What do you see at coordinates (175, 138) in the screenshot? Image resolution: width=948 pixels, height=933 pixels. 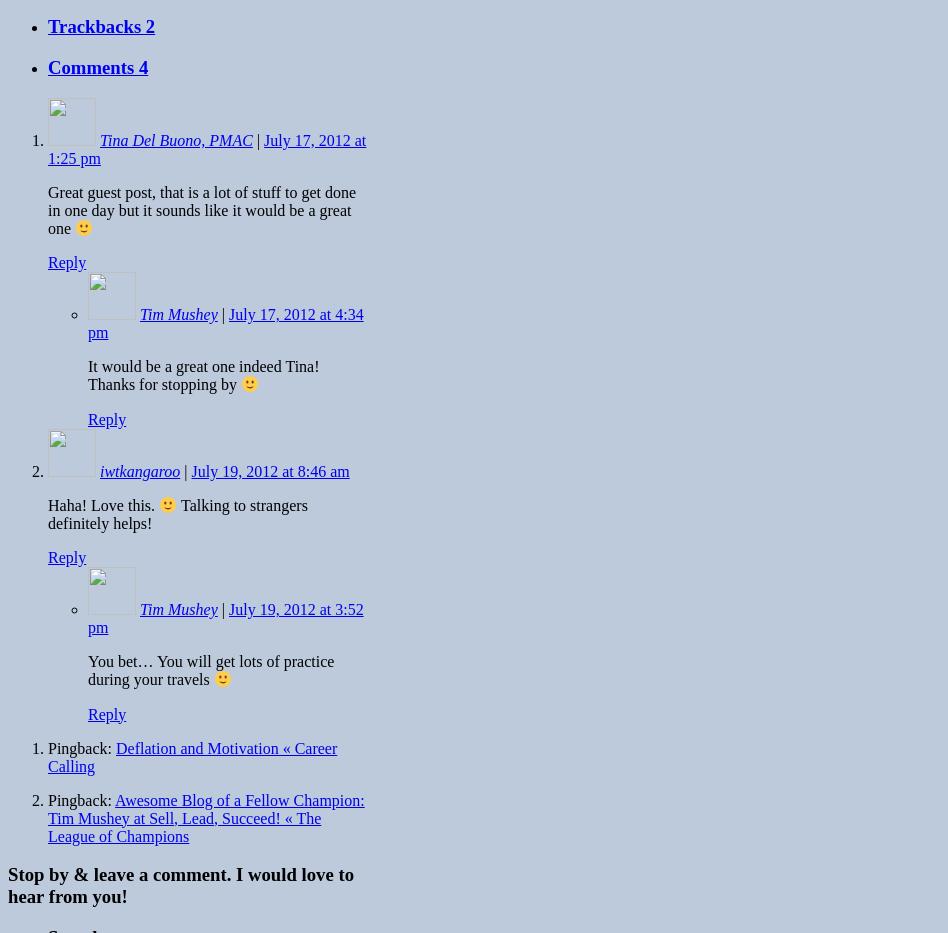 I see `'Tina Del Buono, PMAC'` at bounding box center [175, 138].